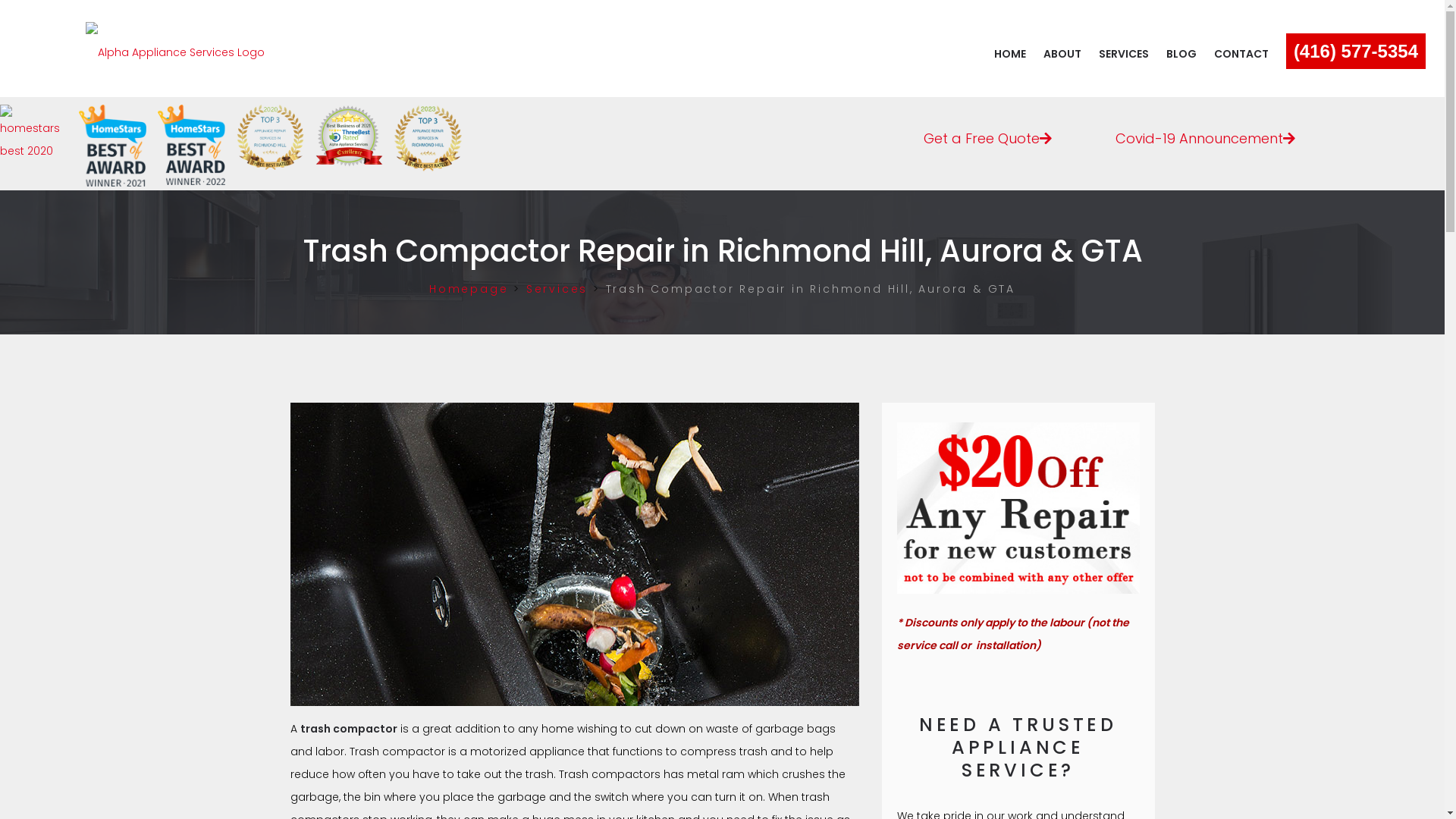 The width and height of the screenshot is (1456, 819). I want to click on 'Get a Free Quote', so click(987, 134).